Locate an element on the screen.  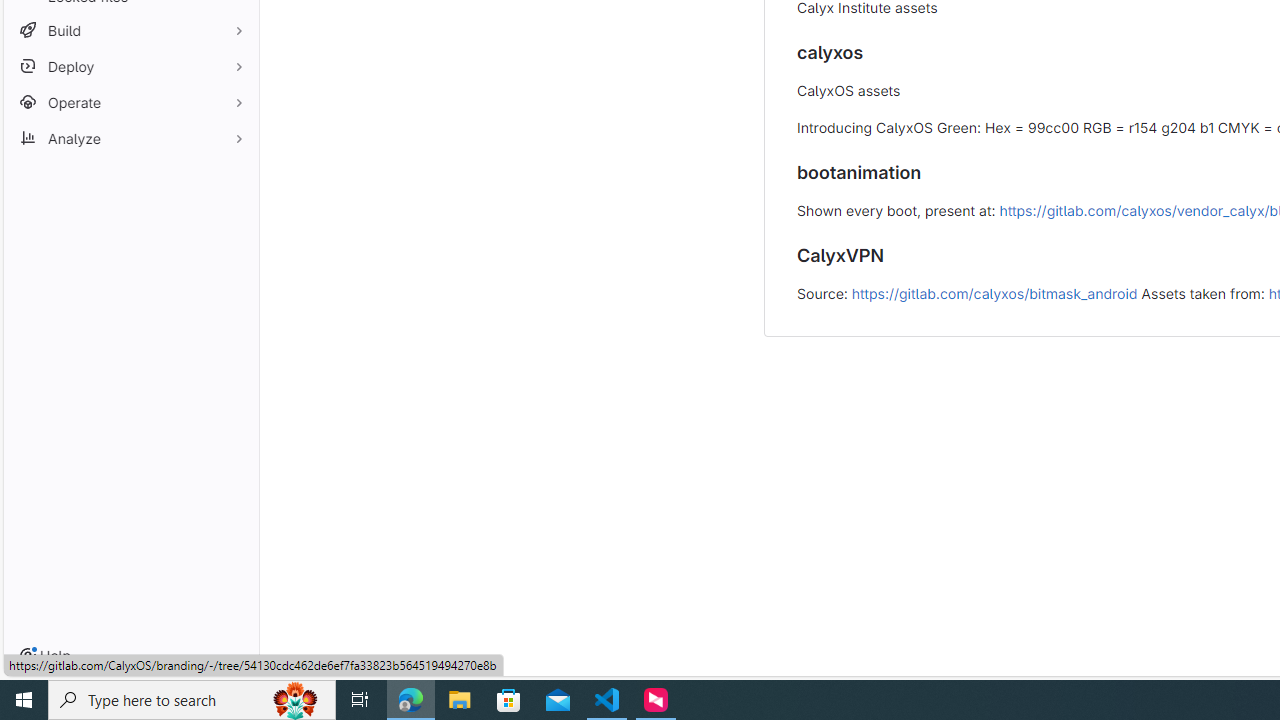
'Deploy' is located at coordinates (130, 65).